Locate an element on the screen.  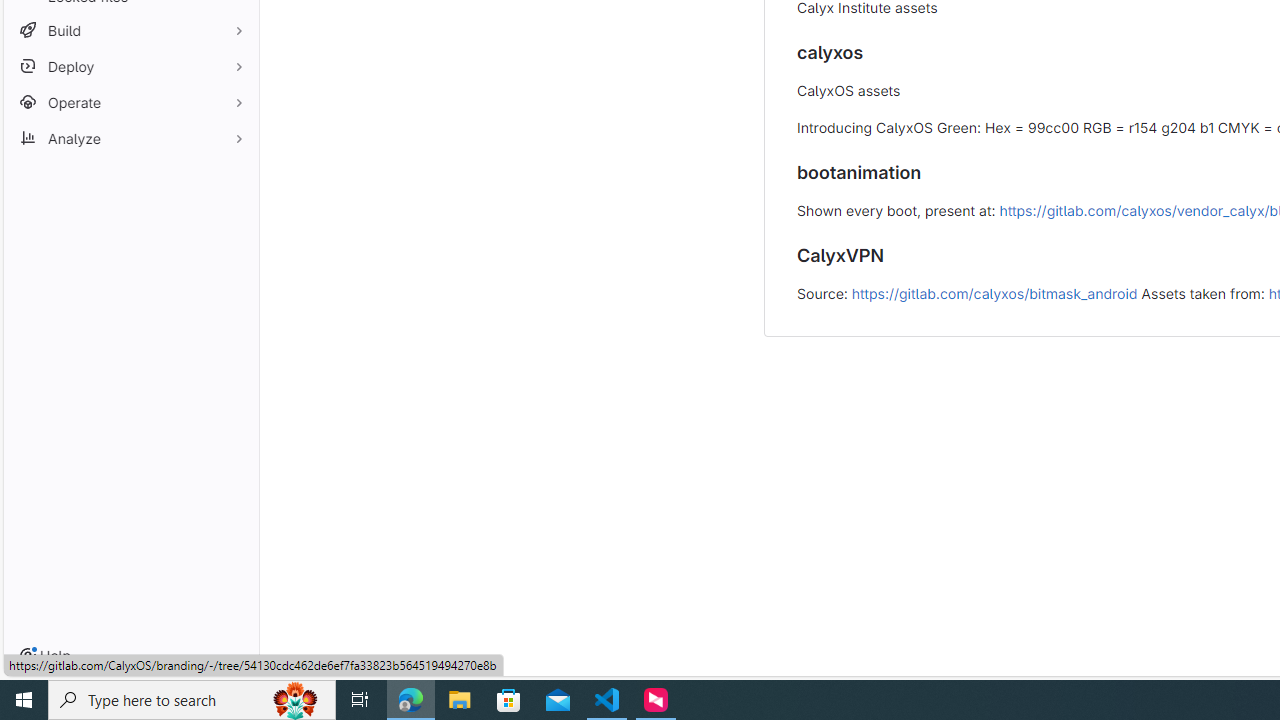
'Deploy' is located at coordinates (130, 65).